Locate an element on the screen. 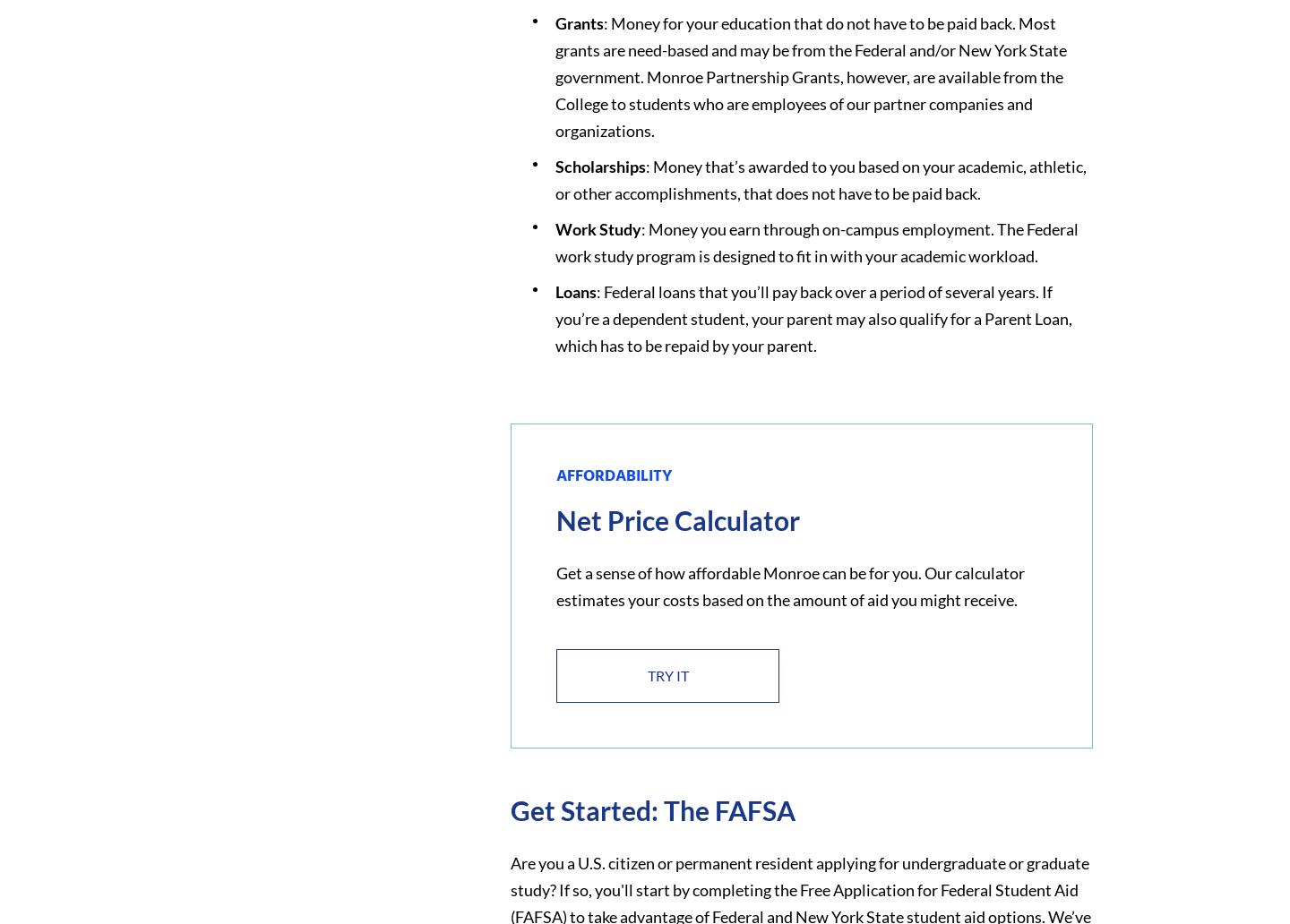 This screenshot has height=924, width=1290. ': Money that’s awarded to you based on your academic, athletic, or other accomplishments, that does not have to be paid back.' is located at coordinates (820, 178).